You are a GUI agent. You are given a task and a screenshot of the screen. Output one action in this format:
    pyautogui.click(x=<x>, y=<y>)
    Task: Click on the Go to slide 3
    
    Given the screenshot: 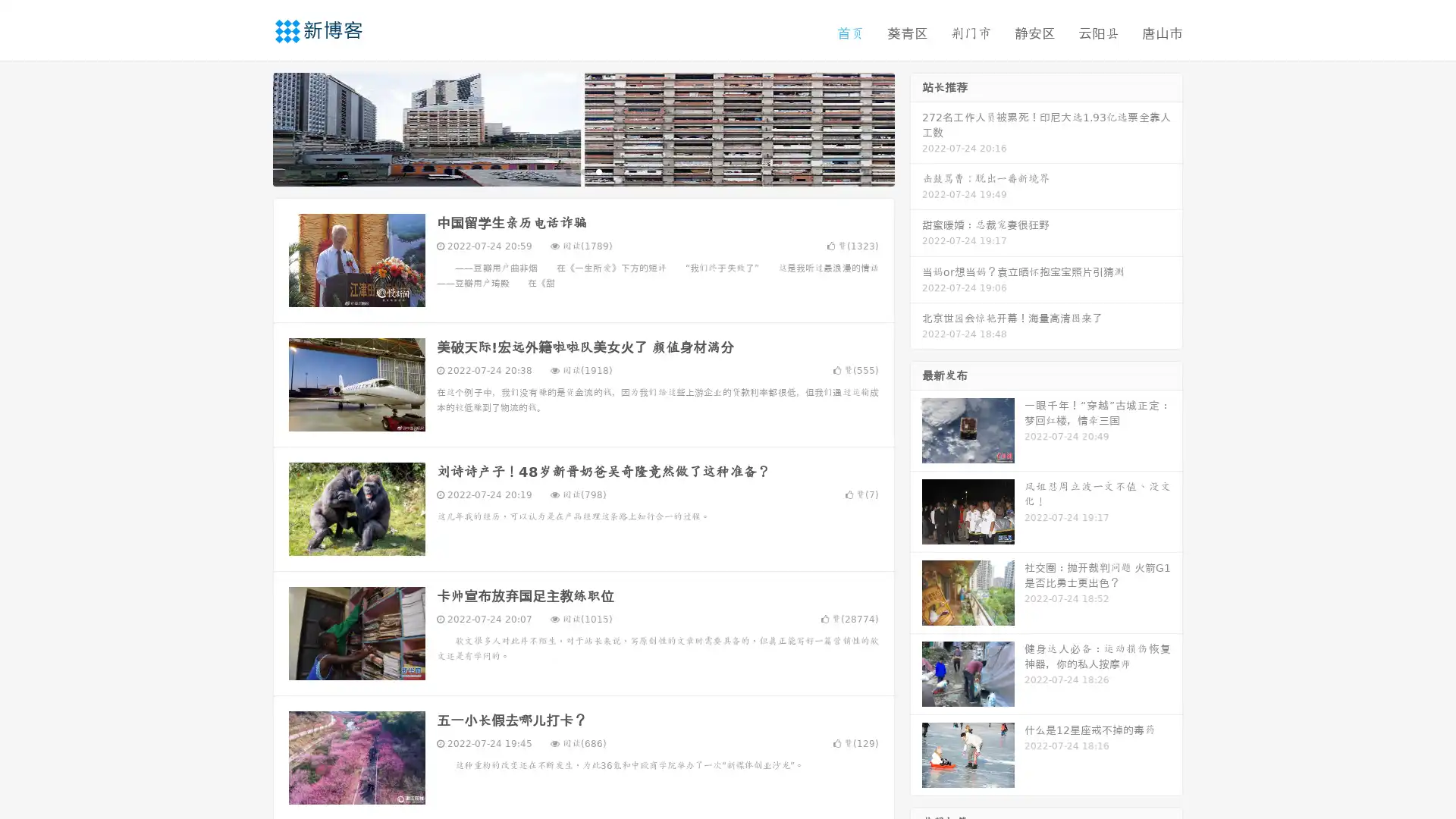 What is the action you would take?
    pyautogui.click(x=598, y=171)
    